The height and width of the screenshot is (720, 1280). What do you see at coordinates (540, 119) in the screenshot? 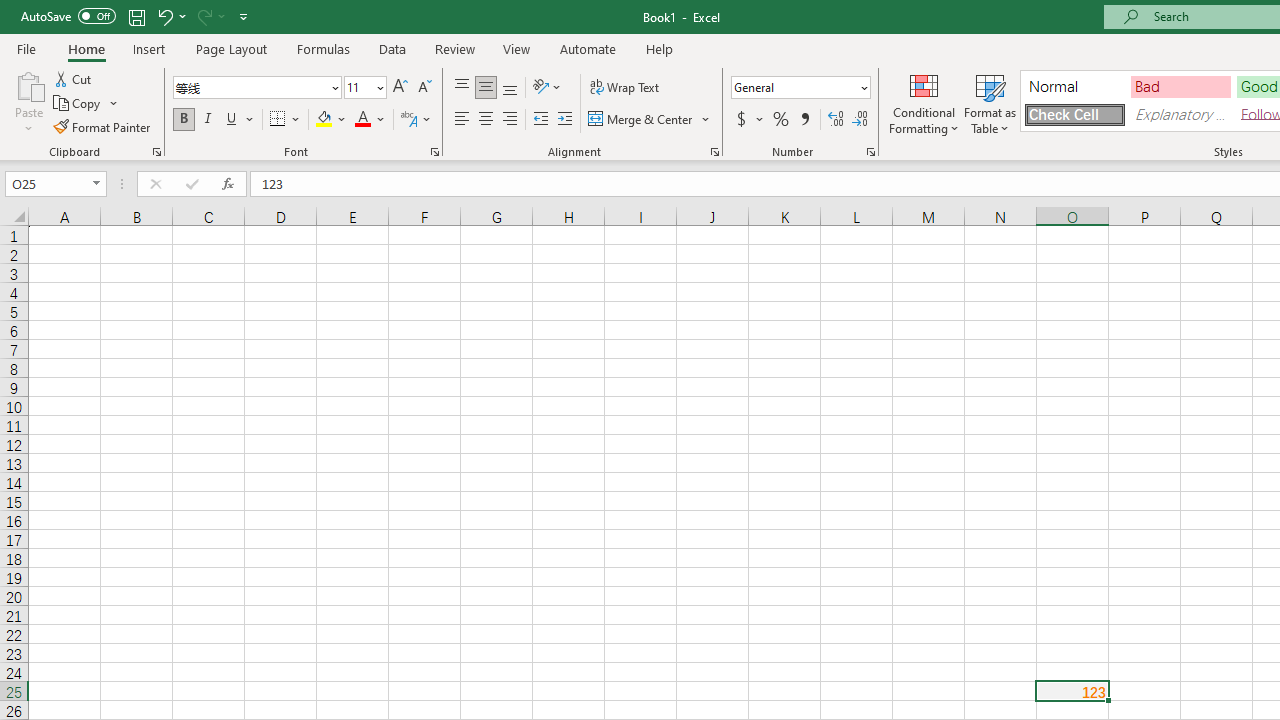
I see `'Decrease Indent'` at bounding box center [540, 119].